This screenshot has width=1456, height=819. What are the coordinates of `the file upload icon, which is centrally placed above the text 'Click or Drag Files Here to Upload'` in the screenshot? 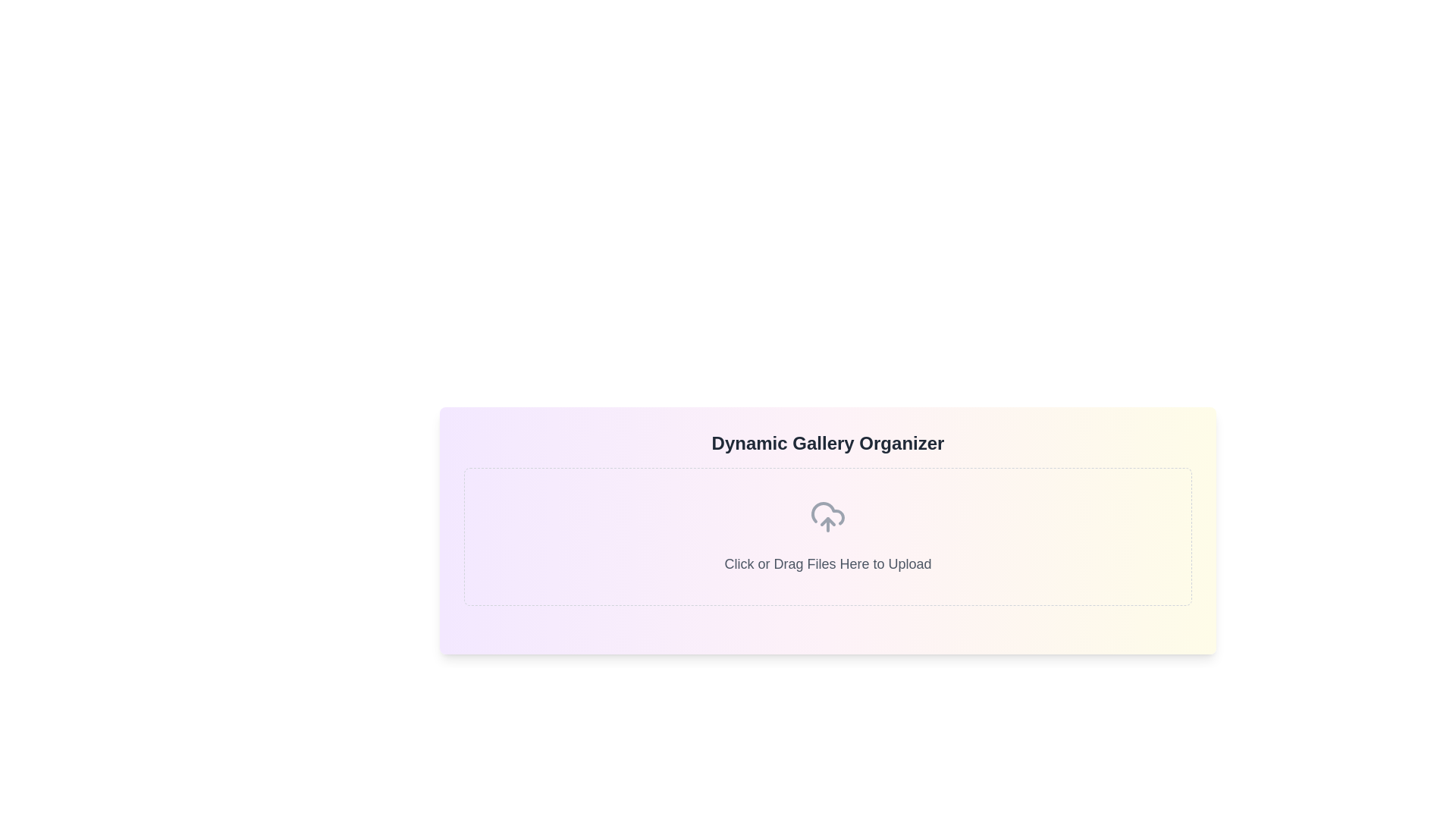 It's located at (827, 516).